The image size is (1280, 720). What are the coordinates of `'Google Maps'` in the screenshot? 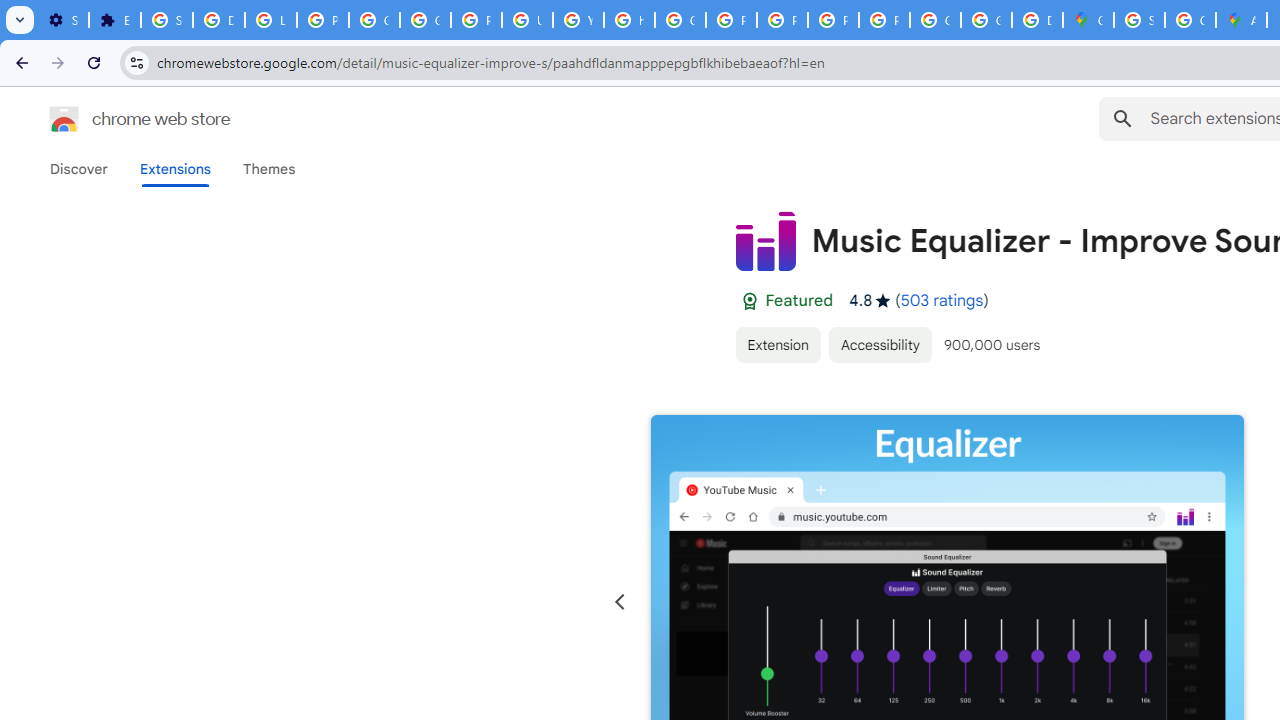 It's located at (1087, 20).